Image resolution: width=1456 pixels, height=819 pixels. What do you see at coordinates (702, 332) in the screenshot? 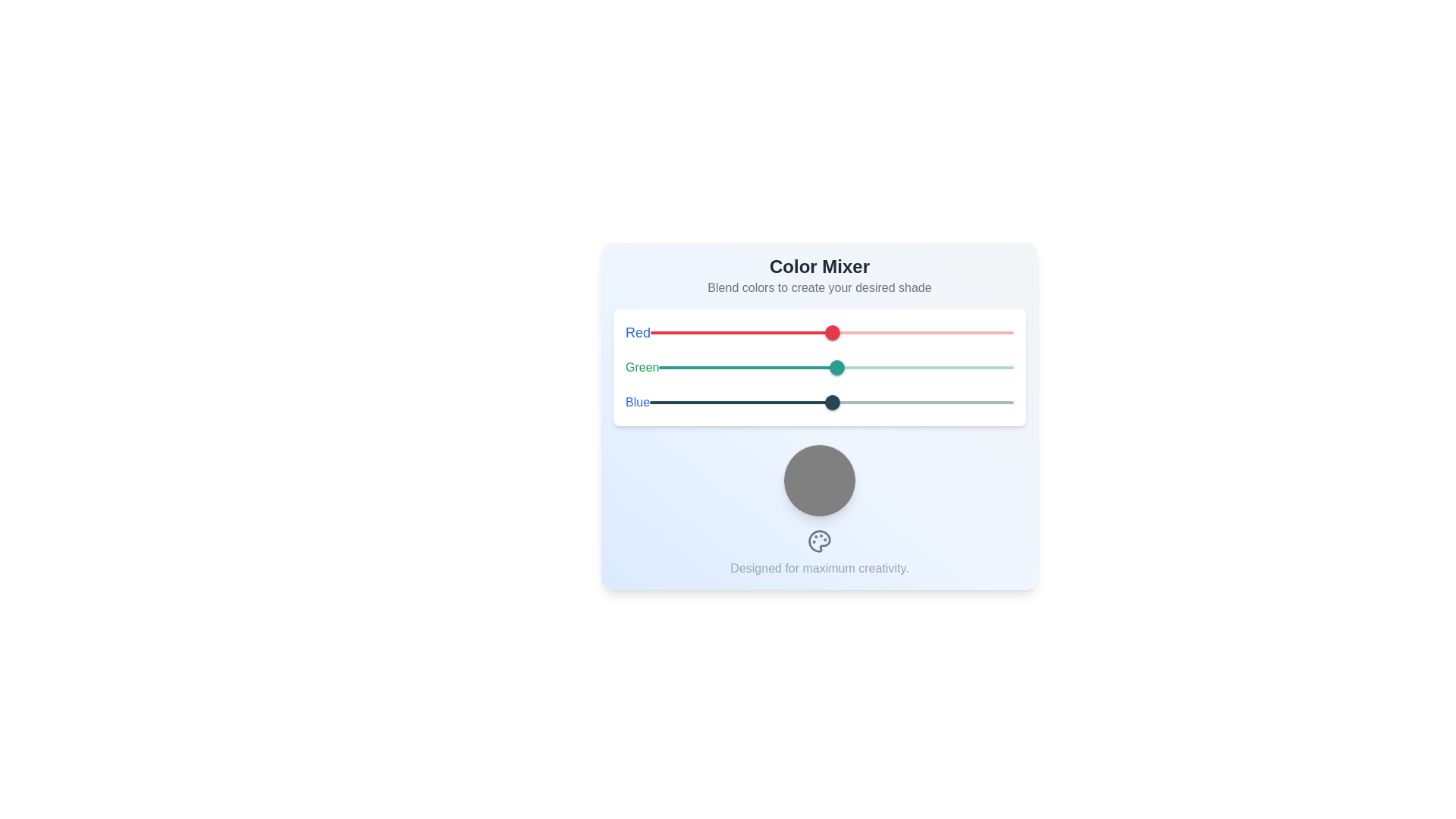
I see `the red value` at bounding box center [702, 332].